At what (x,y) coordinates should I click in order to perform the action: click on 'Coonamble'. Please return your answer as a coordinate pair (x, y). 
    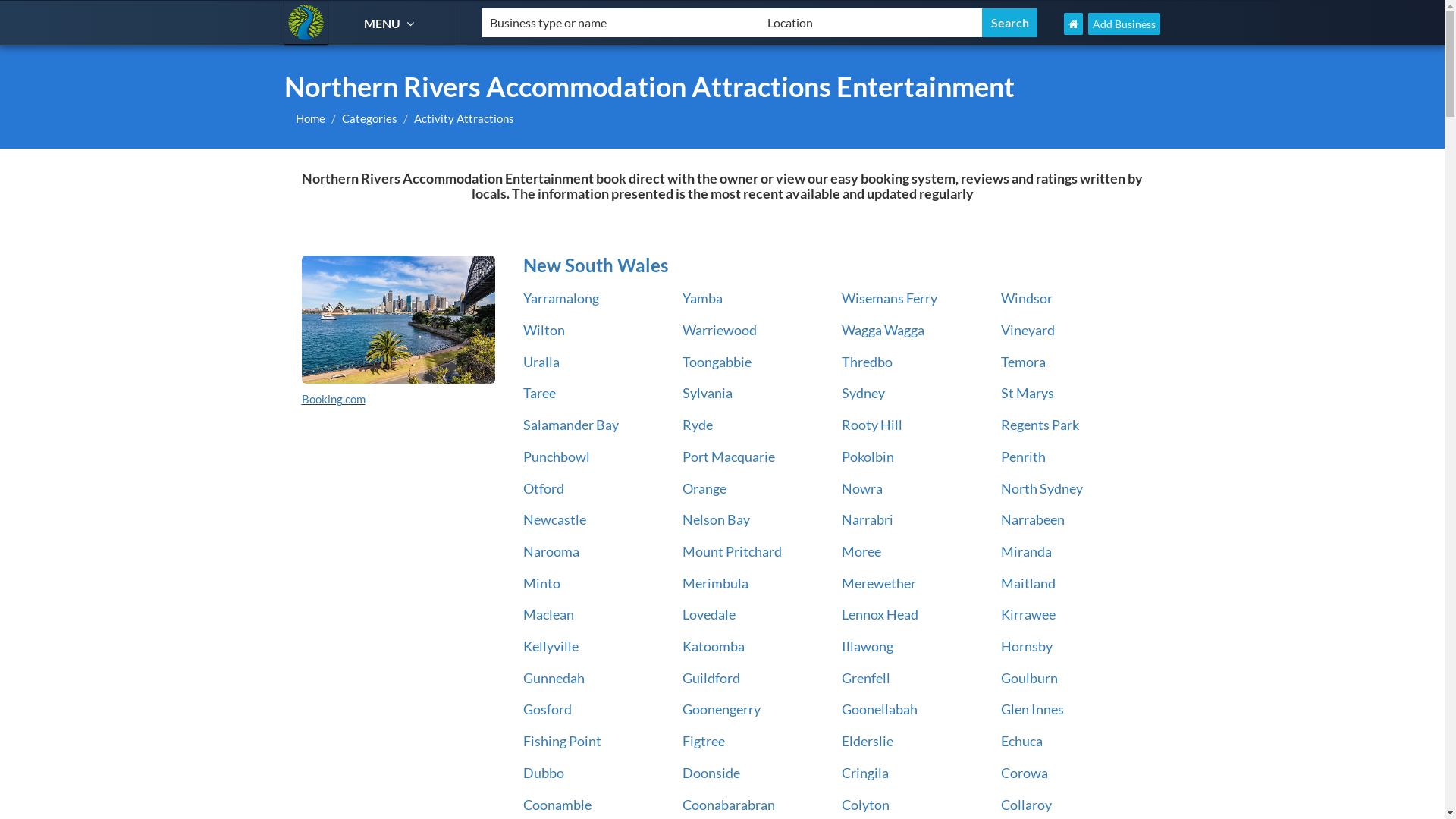
    Looking at the image, I should click on (556, 803).